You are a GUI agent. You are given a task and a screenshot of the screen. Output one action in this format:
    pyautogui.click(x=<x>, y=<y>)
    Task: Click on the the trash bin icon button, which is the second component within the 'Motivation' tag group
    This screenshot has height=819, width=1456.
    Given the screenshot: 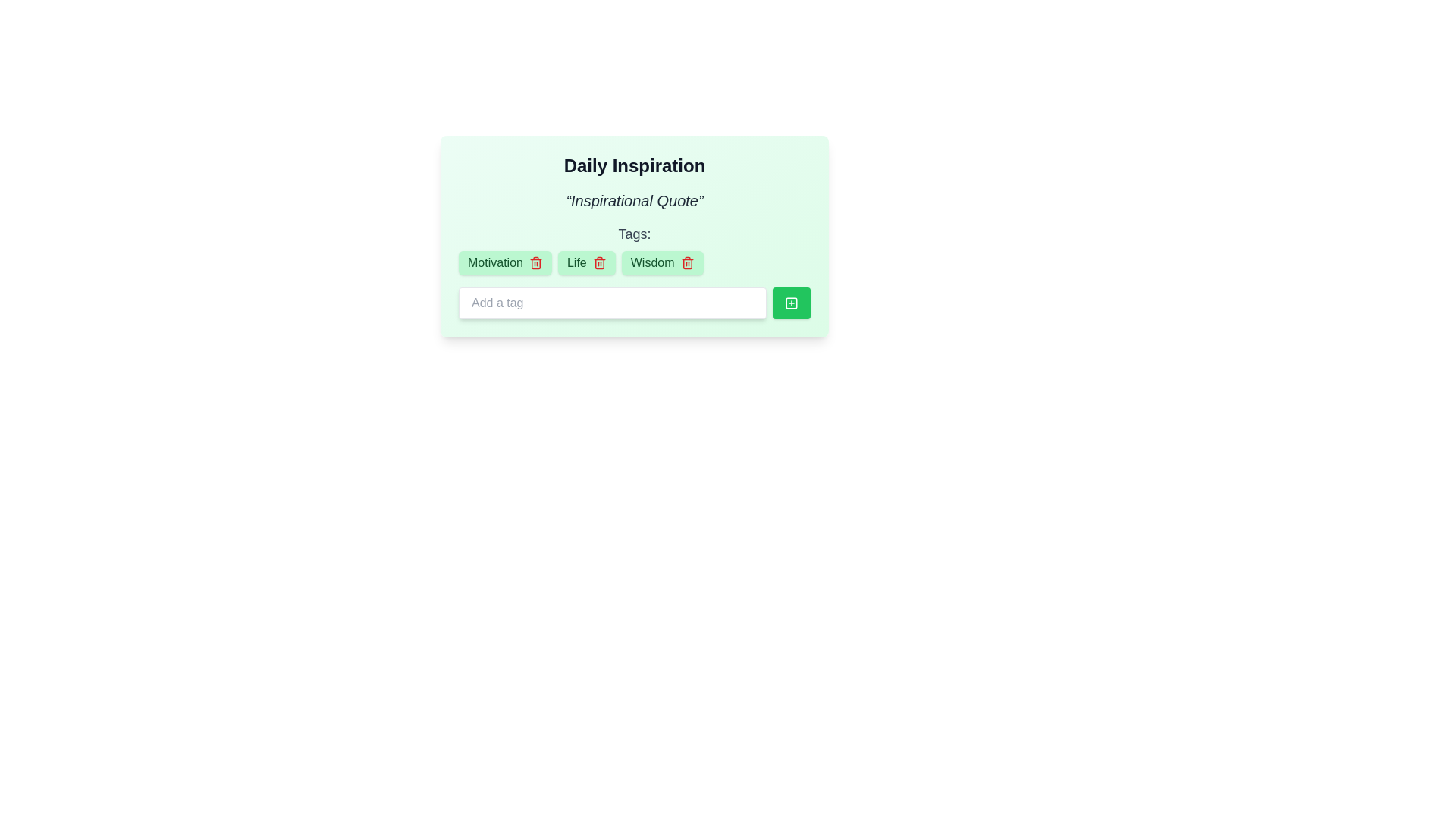 What is the action you would take?
    pyautogui.click(x=535, y=262)
    